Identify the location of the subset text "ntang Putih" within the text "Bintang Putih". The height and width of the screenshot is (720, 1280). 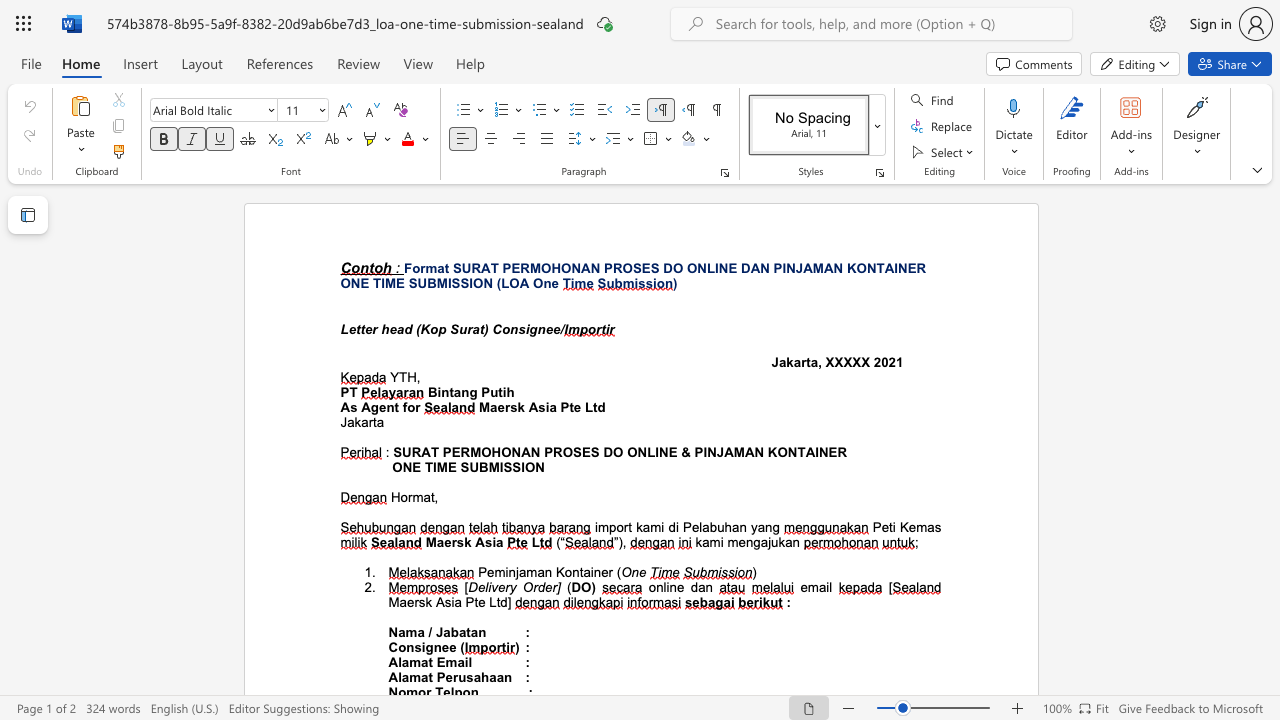
(440, 392).